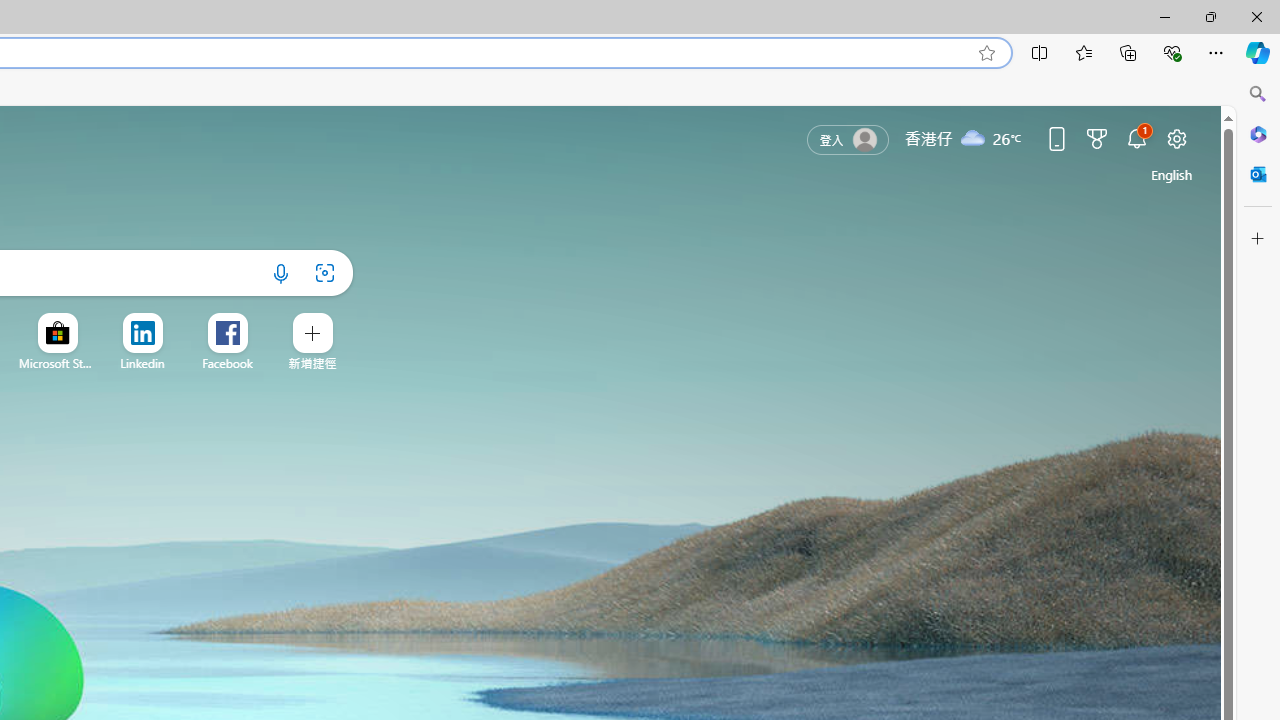 The image size is (1280, 720). Describe the element at coordinates (57, 363) in the screenshot. I see `'Microsoft Store'` at that location.